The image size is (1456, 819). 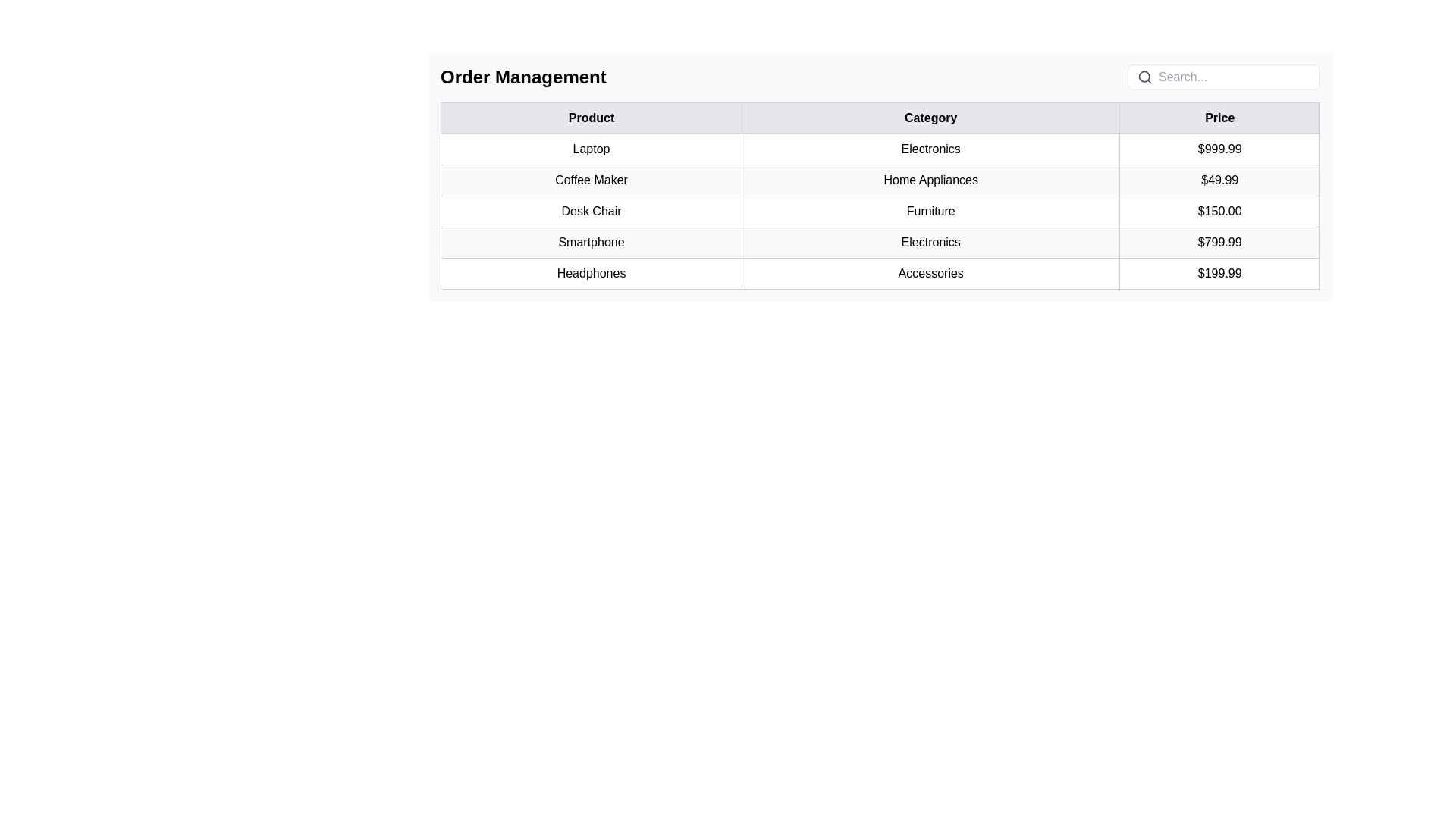 What do you see at coordinates (930, 149) in the screenshot?
I see `the read-only table cell displaying the word 'Electronics' in the second column under the 'Category' header` at bounding box center [930, 149].